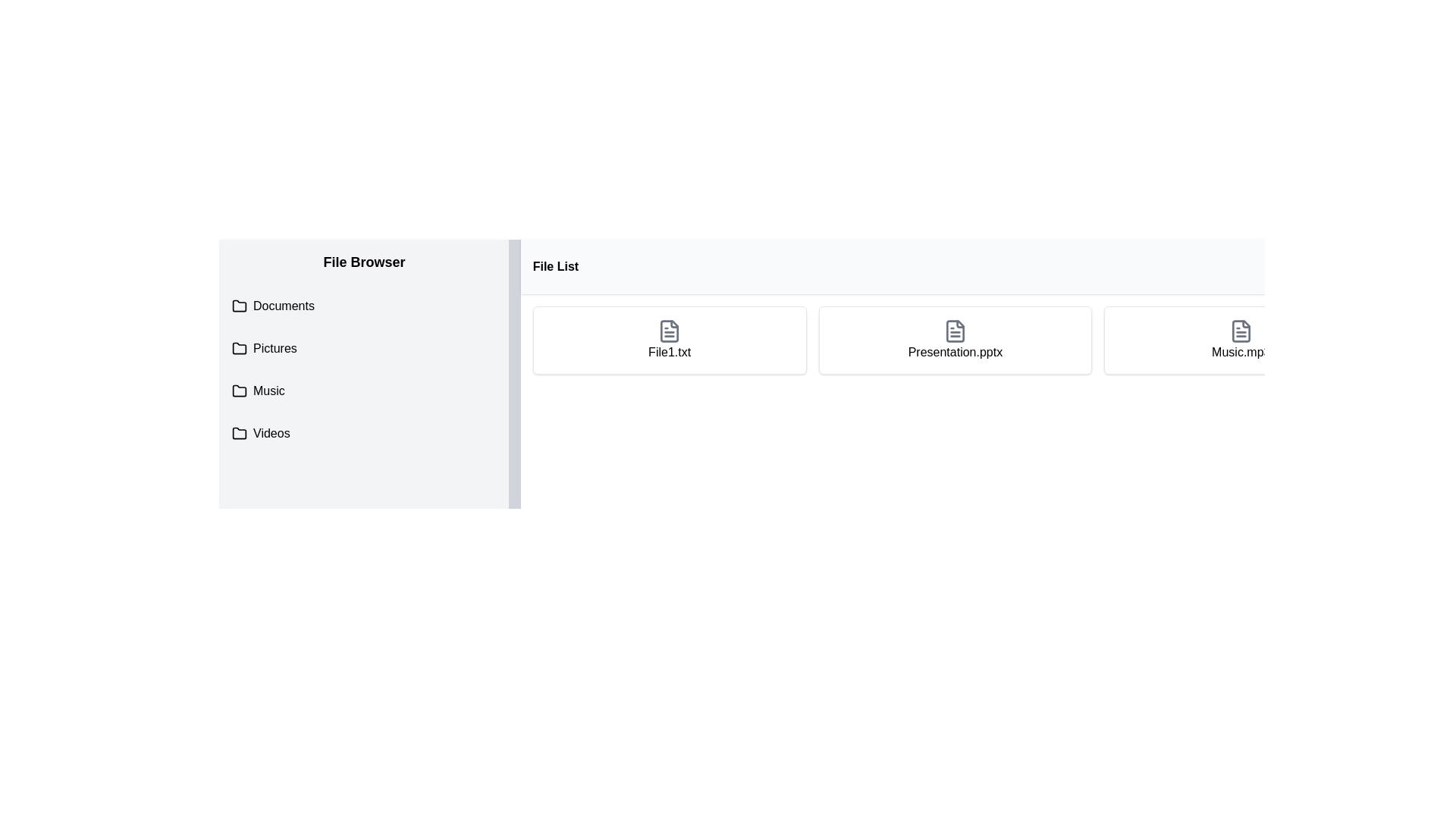 This screenshot has height=819, width=1456. What do you see at coordinates (364, 348) in the screenshot?
I see `the 'Pictures' list item in the File Browser to observe the hover effect, which is indicated by a change in background color` at bounding box center [364, 348].